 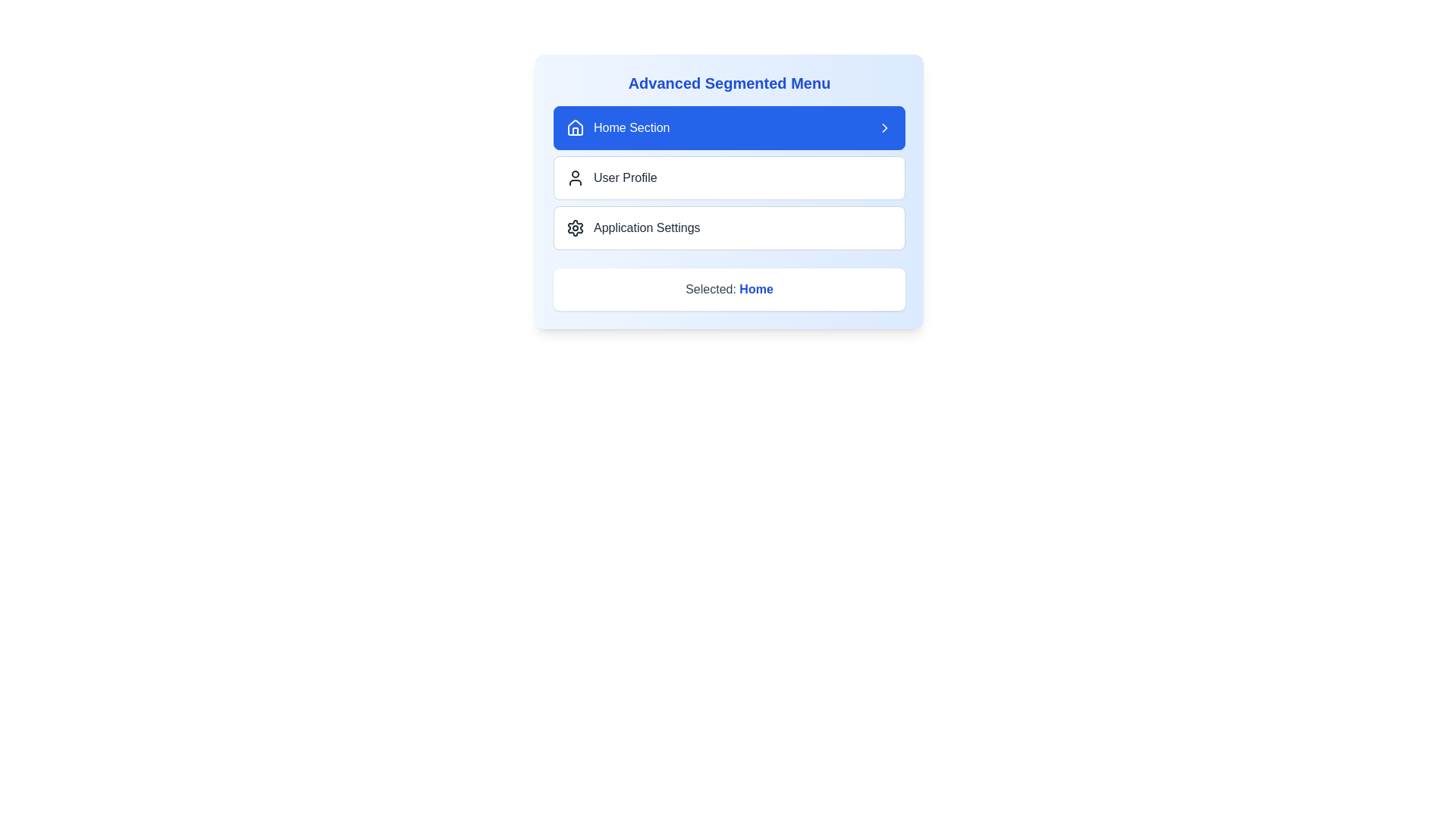 What do you see at coordinates (884, 127) in the screenshot?
I see `the chevron icon on the blue 'Home Section' button` at bounding box center [884, 127].